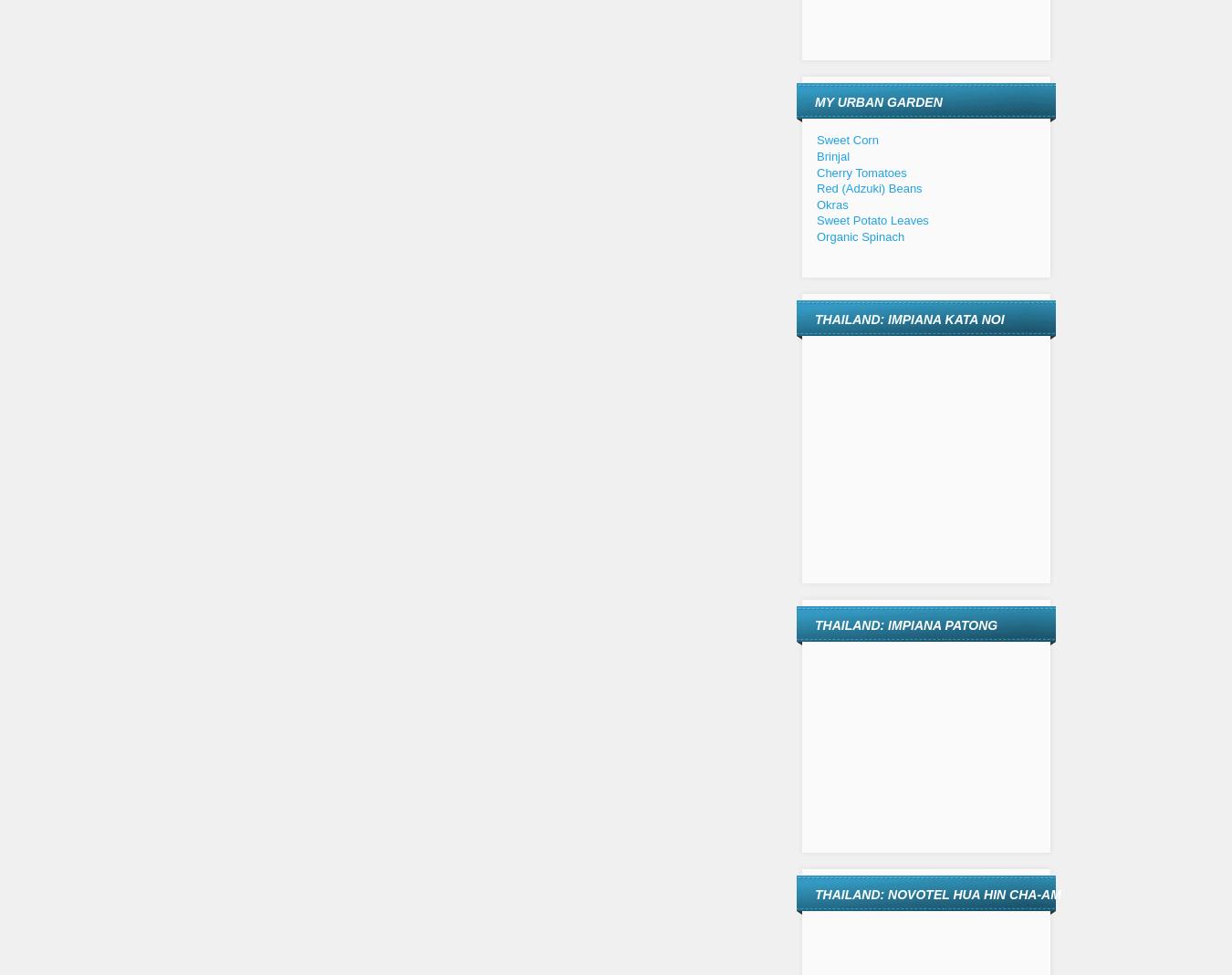 The height and width of the screenshot is (975, 1232). What do you see at coordinates (817, 204) in the screenshot?
I see `'Okras'` at bounding box center [817, 204].